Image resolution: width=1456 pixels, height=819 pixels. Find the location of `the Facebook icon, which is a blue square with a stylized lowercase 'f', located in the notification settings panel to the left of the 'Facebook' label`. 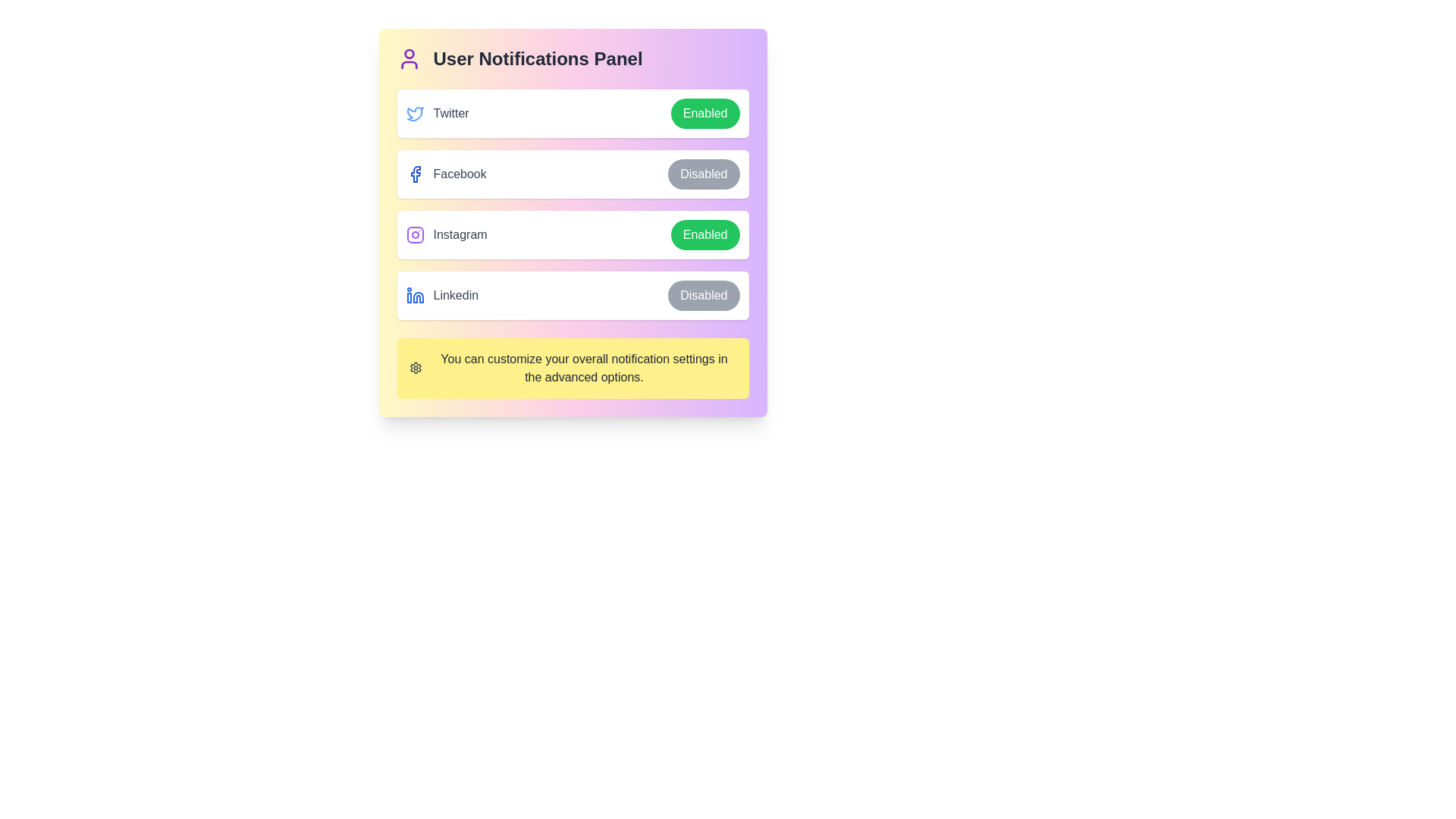

the Facebook icon, which is a blue square with a stylized lowercase 'f', located in the notification settings panel to the left of the 'Facebook' label is located at coordinates (415, 174).